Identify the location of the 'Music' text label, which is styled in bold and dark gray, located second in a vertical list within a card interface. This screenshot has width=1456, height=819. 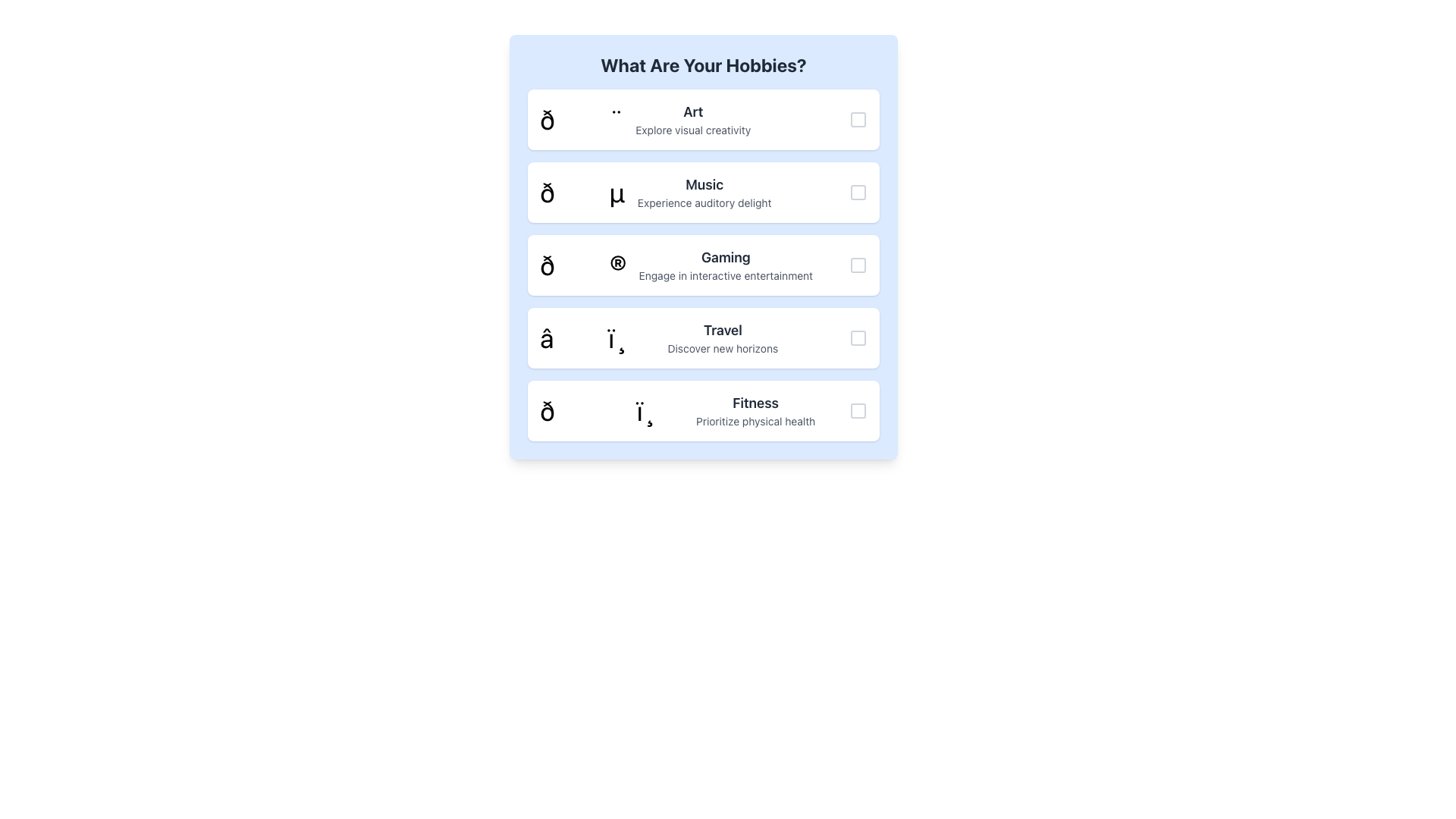
(704, 184).